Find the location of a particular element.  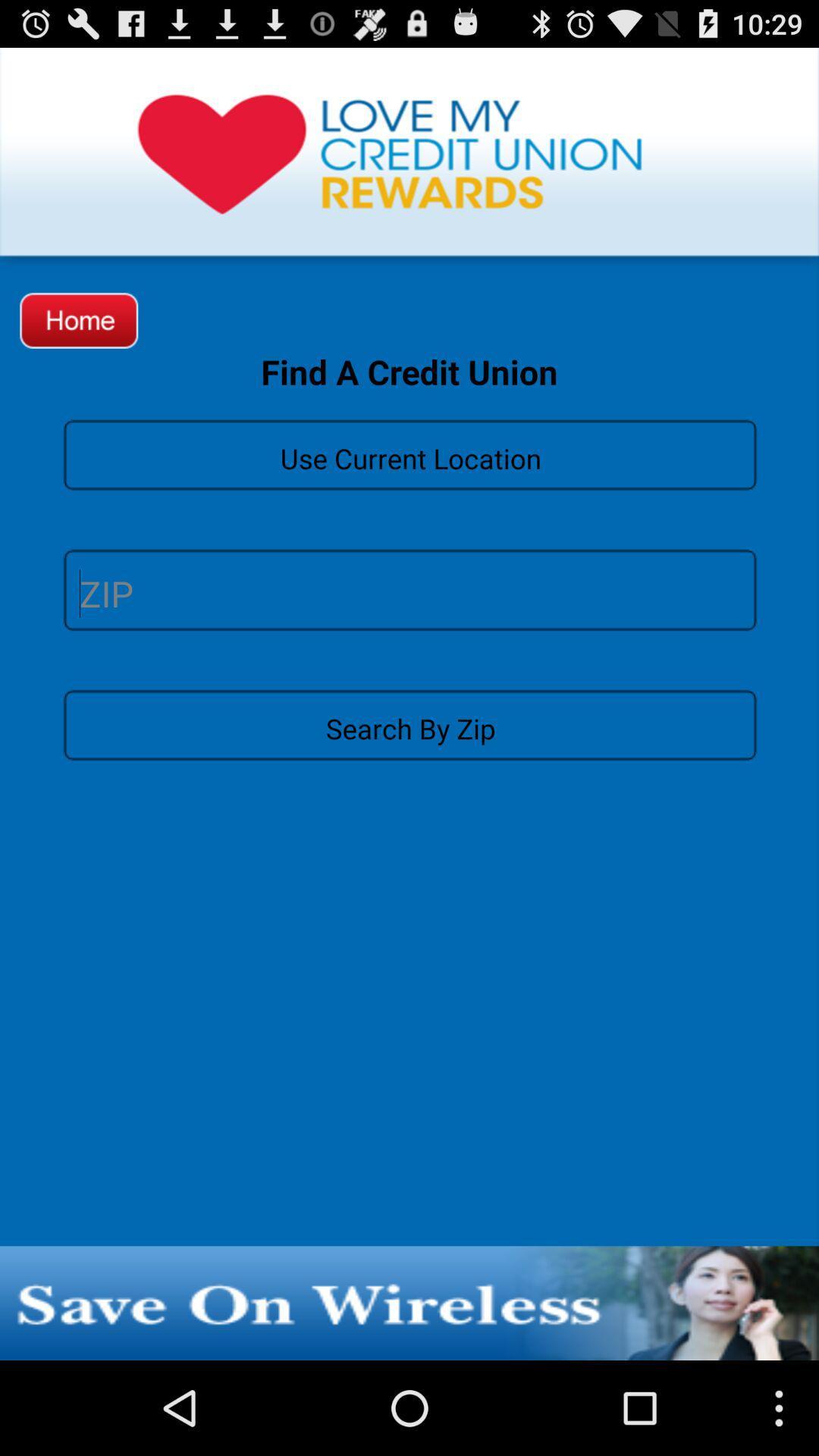

the icon to the left of the find a credit app is located at coordinates (79, 319).